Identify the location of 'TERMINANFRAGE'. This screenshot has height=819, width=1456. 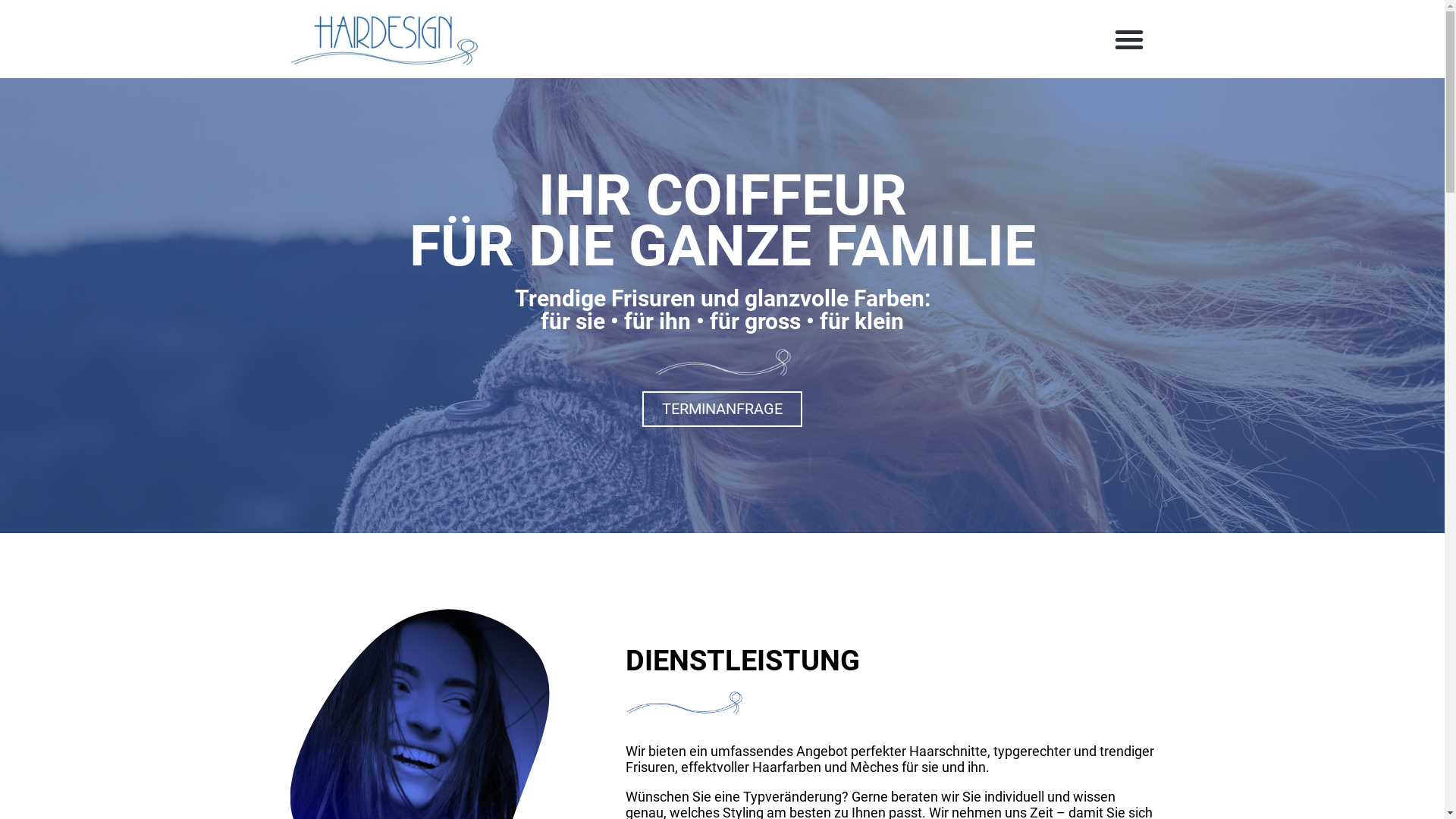
(721, 409).